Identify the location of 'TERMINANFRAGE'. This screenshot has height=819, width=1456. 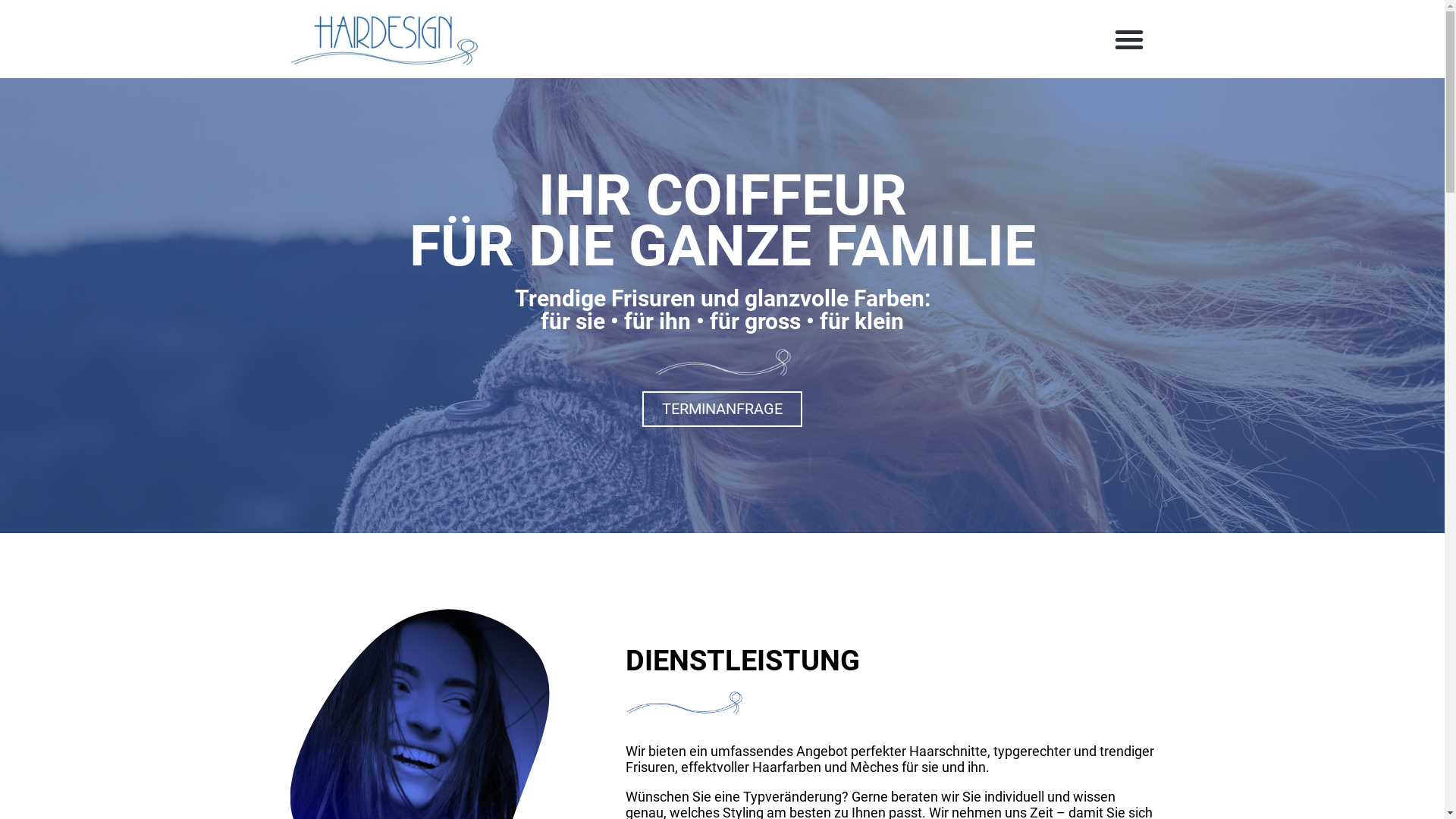
(721, 409).